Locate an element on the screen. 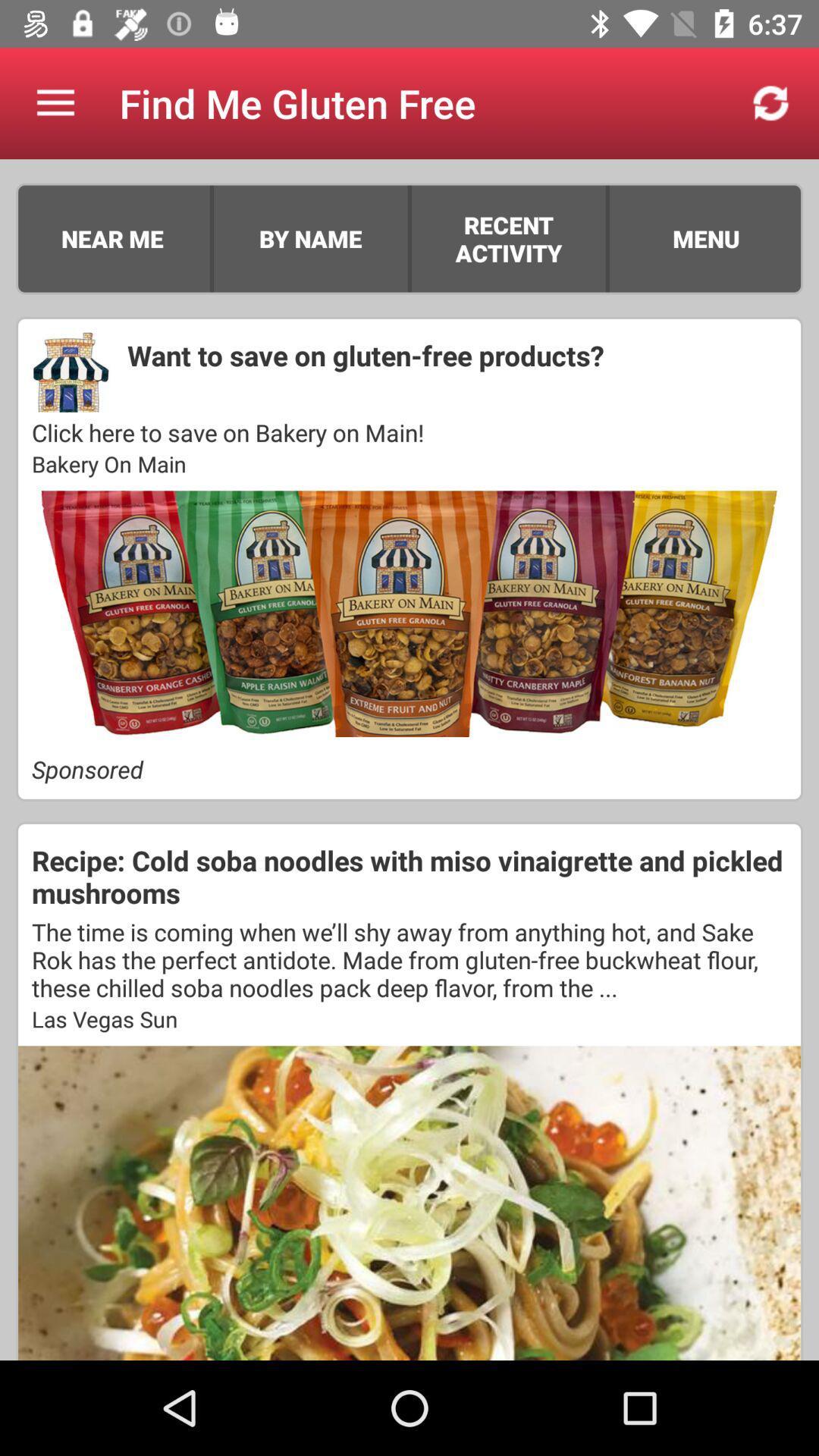  the las vegas sun item is located at coordinates (409, 1018).